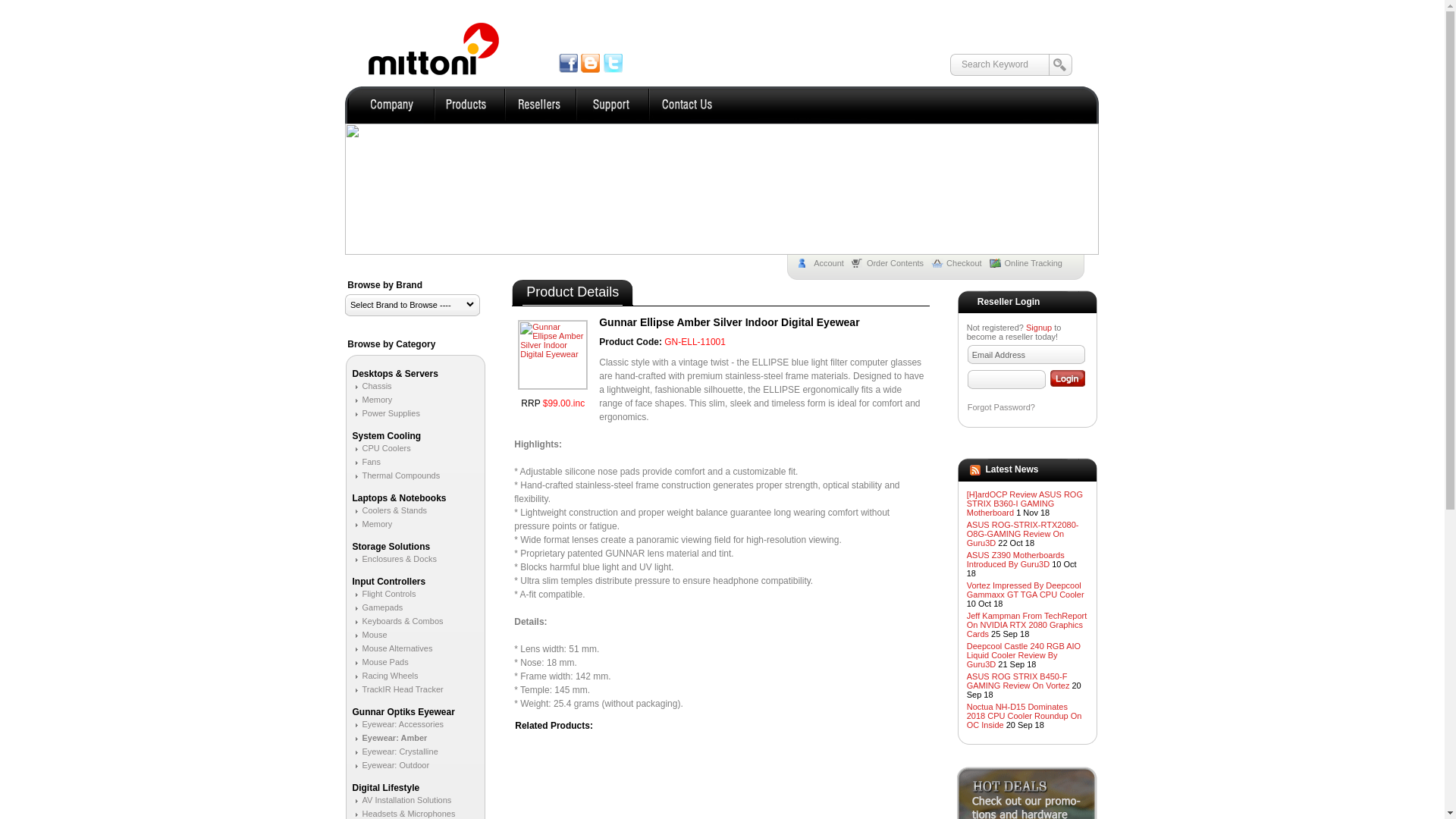 The width and height of the screenshot is (1456, 819). I want to click on 'Gamepads', so click(377, 607).